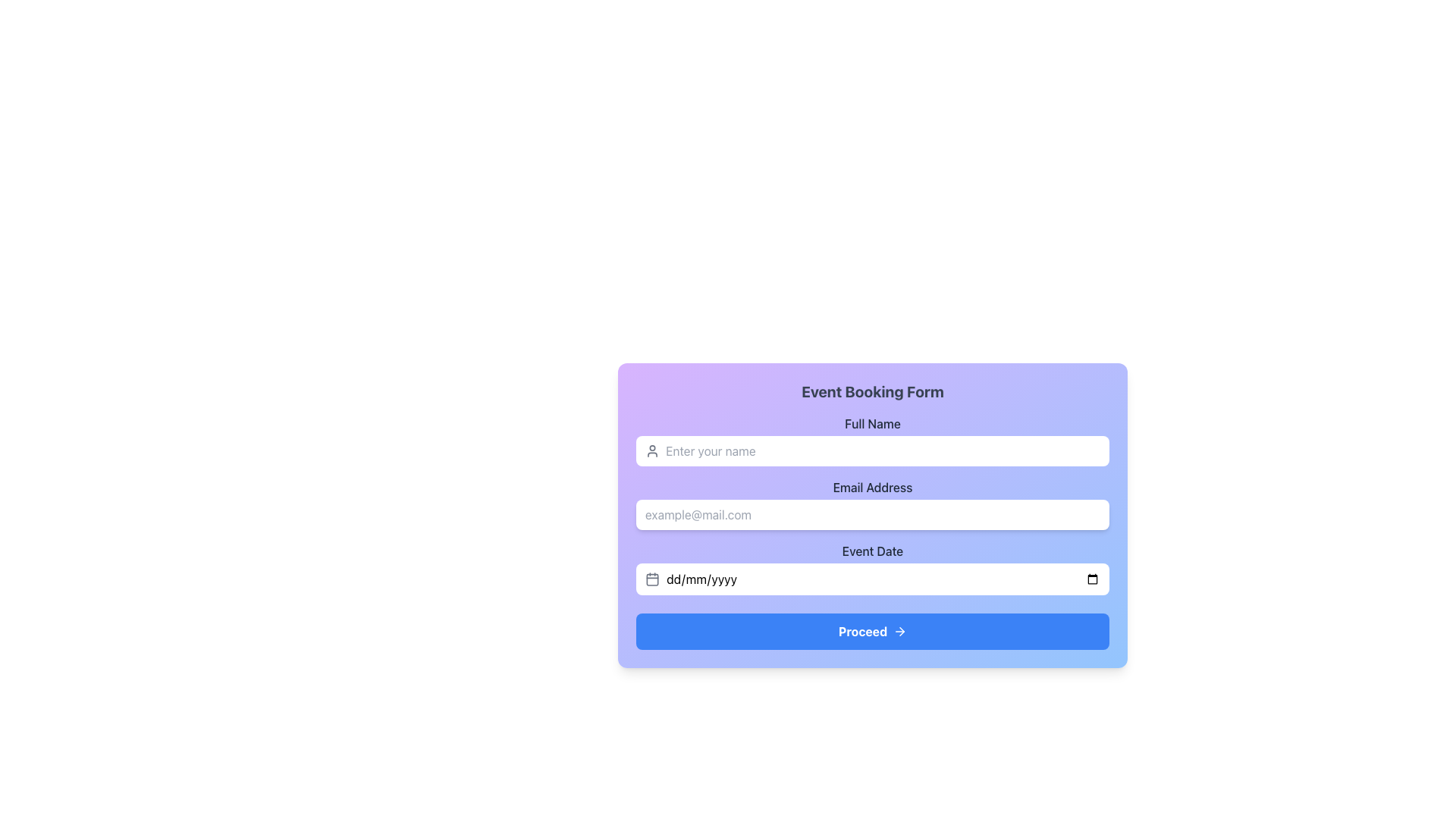 Image resolution: width=1456 pixels, height=819 pixels. I want to click on to select text in the Input Field labeled for entering full name, located below the 'Event Booking Form' title, so click(873, 441).